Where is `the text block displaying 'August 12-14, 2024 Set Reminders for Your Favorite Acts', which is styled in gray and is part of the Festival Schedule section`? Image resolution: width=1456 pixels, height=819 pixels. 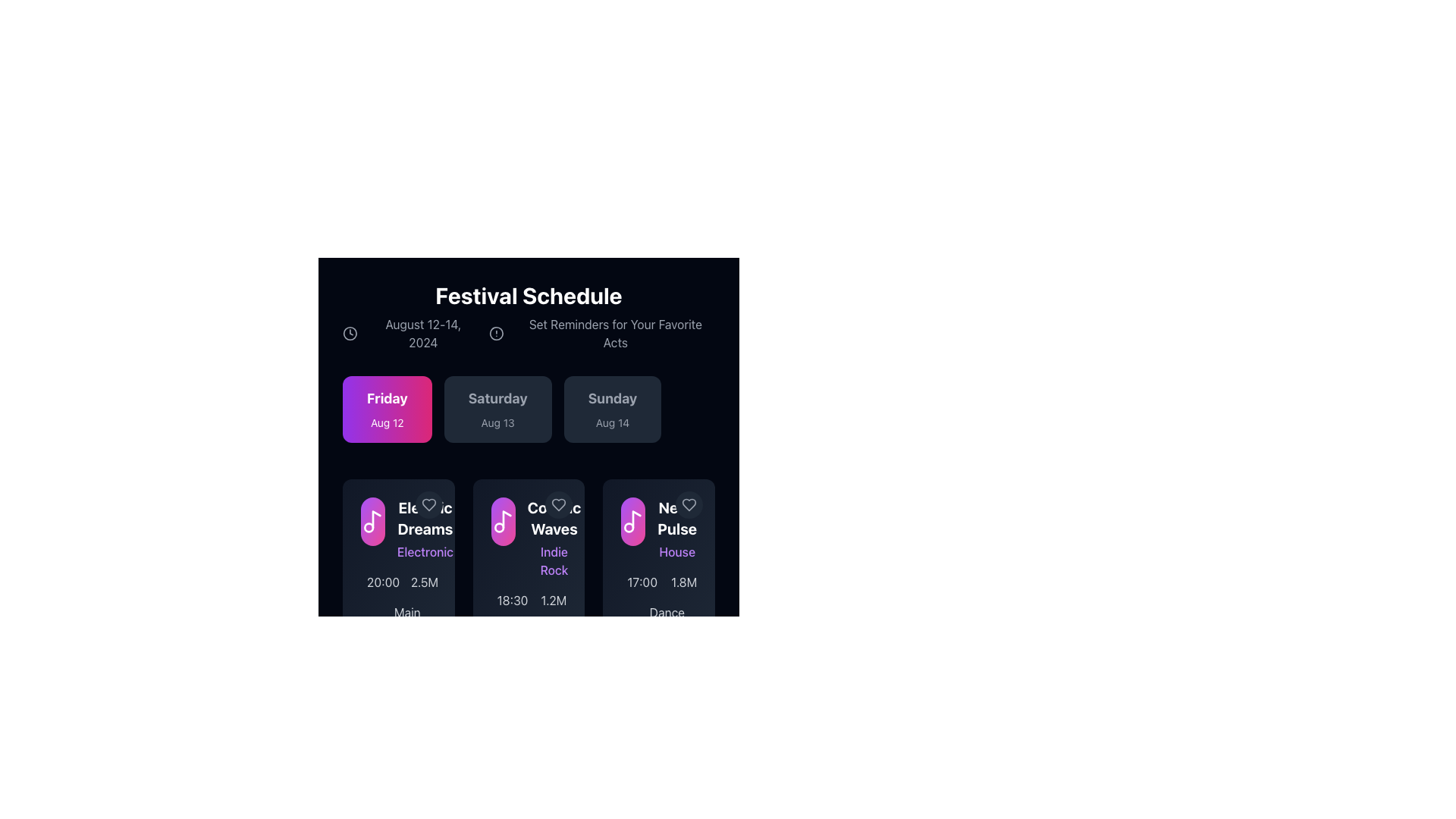
the text block displaying 'August 12-14, 2024 Set Reminders for Your Favorite Acts', which is styled in gray and is part of the Festival Schedule section is located at coordinates (529, 332).